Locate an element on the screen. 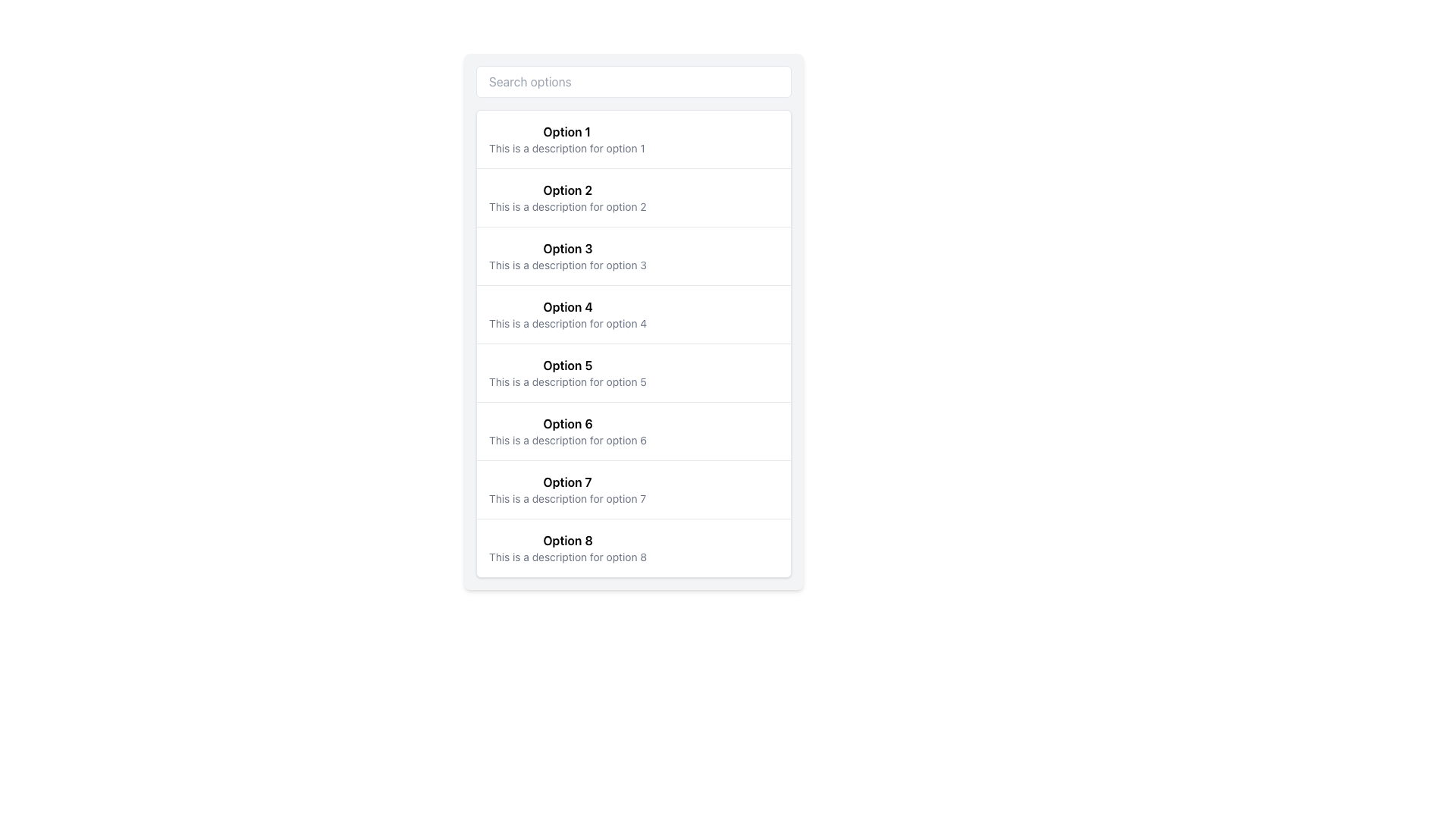 This screenshot has height=819, width=1456. the third selectable option in the list is located at coordinates (566, 256).